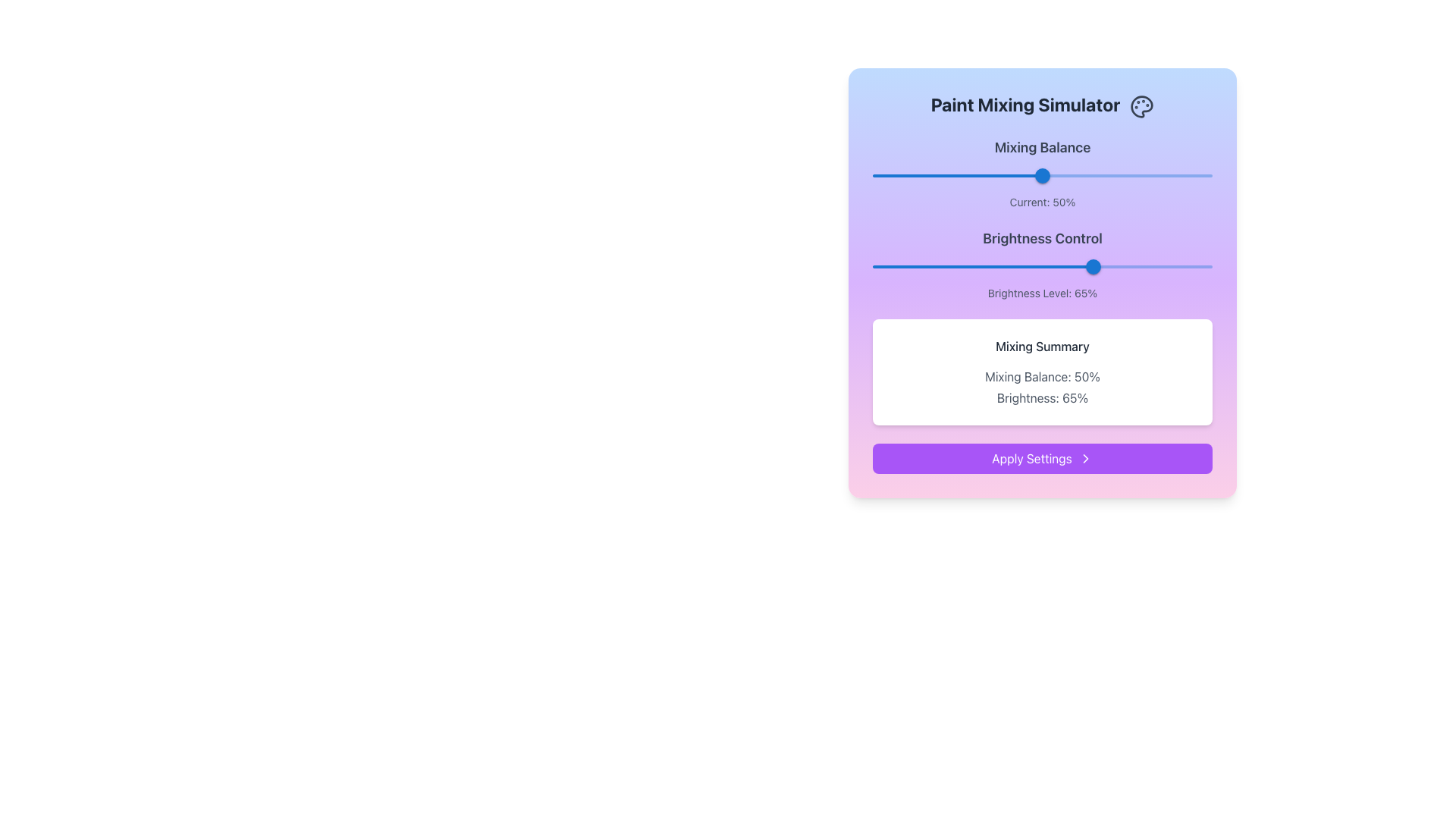  Describe the element at coordinates (1081, 174) in the screenshot. I see `Mixing Balance` at that location.